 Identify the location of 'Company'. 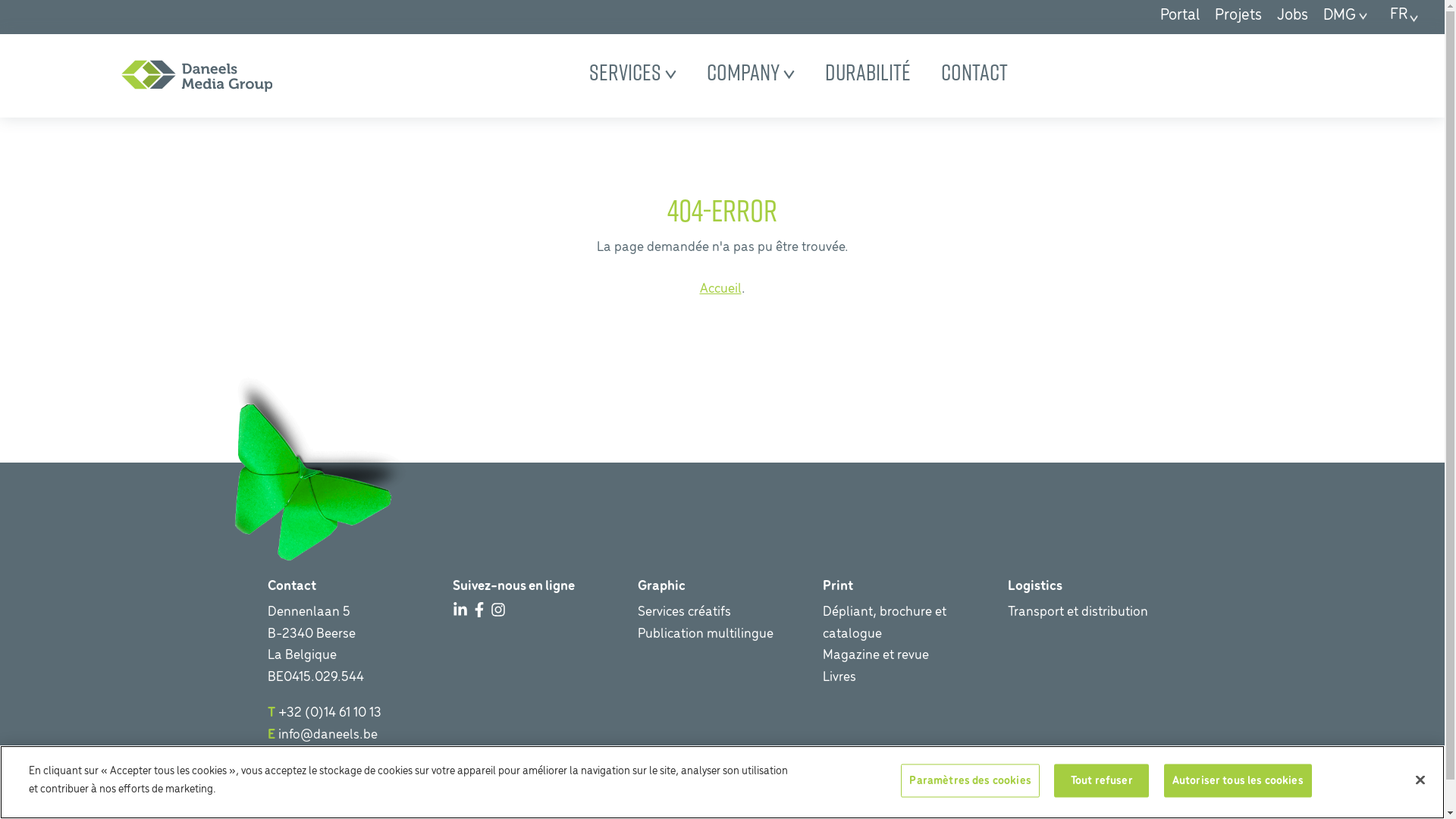
(750, 72).